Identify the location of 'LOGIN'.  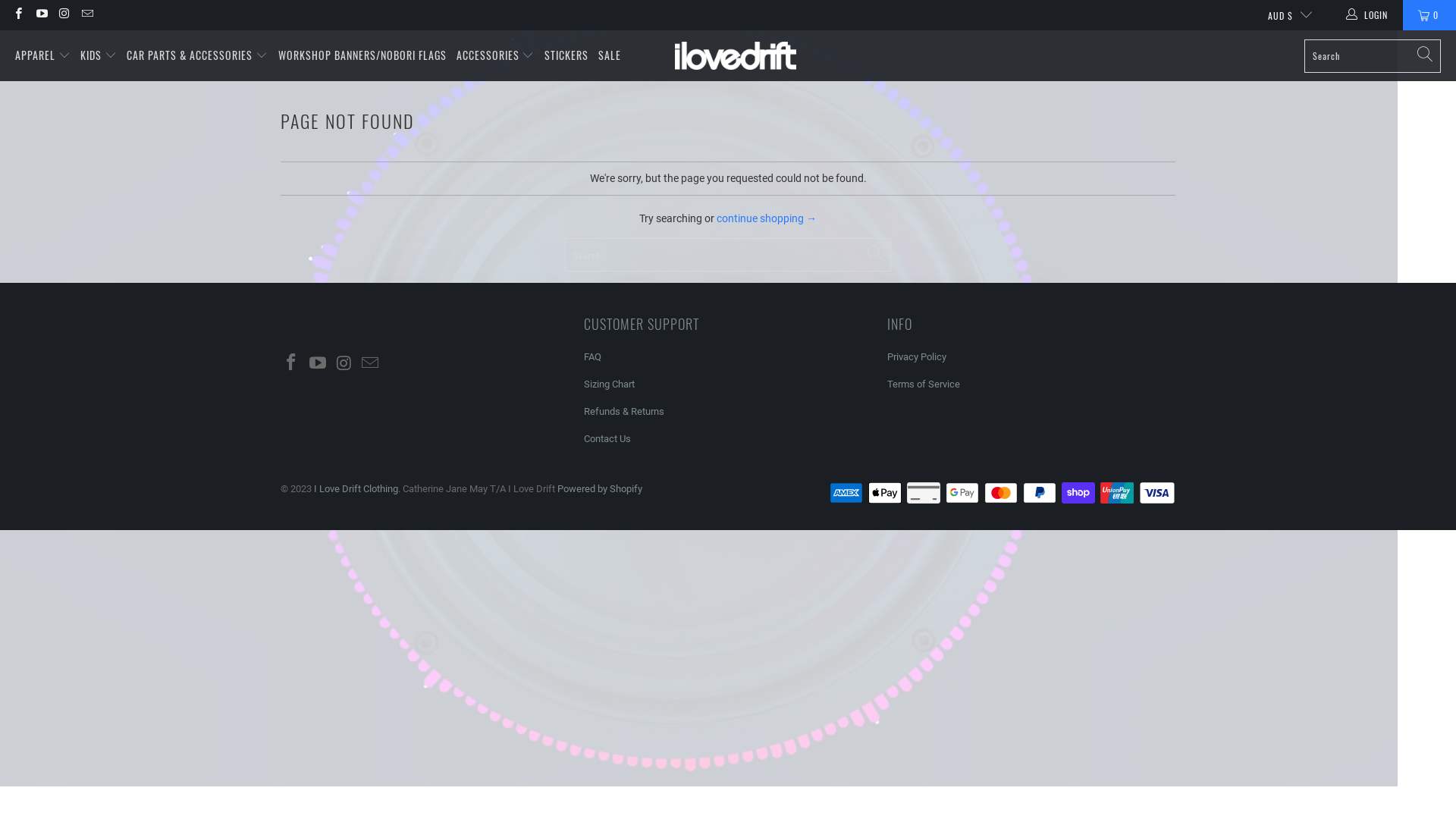
(1368, 14).